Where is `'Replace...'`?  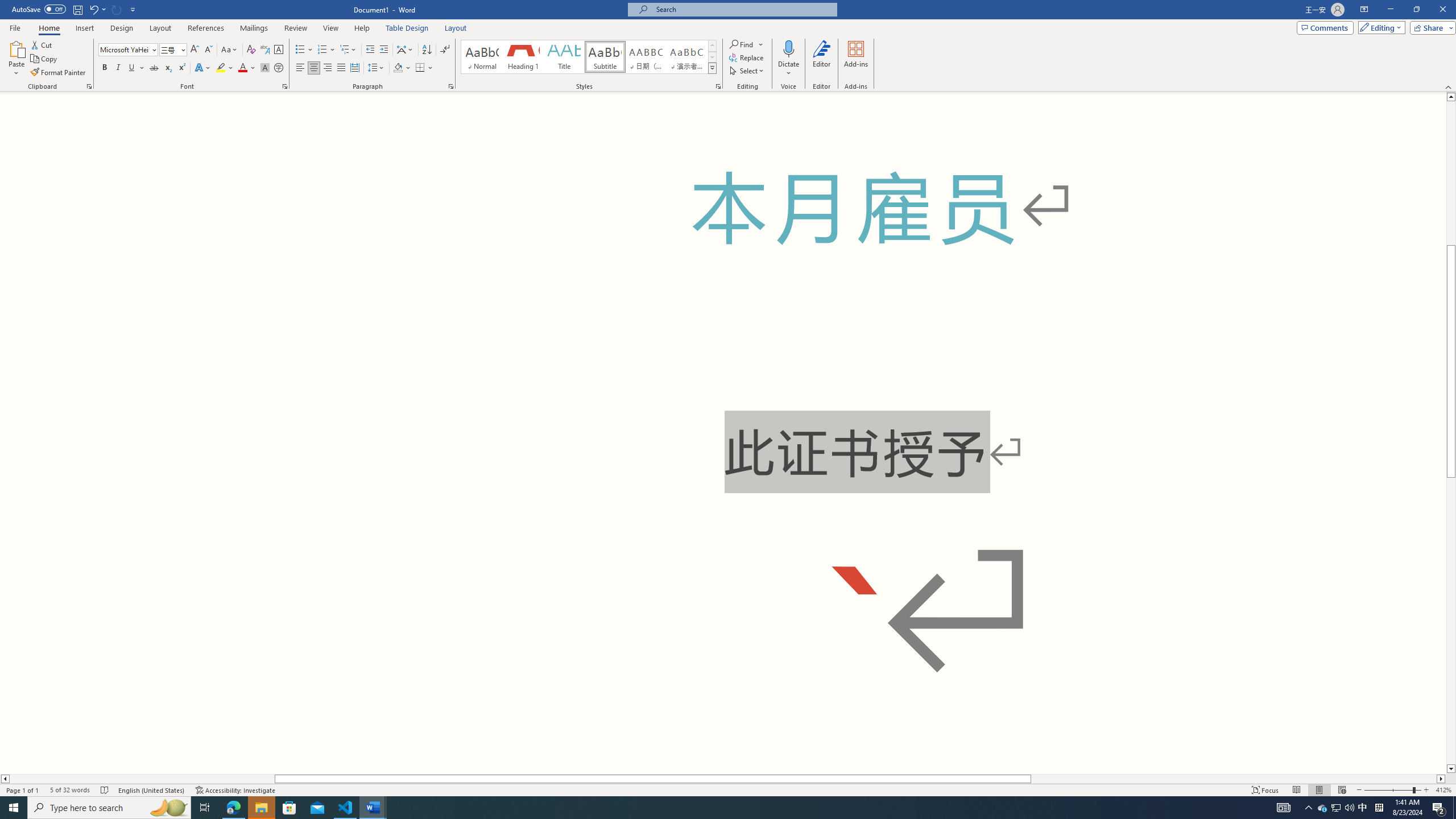 'Replace...' is located at coordinates (747, 56).